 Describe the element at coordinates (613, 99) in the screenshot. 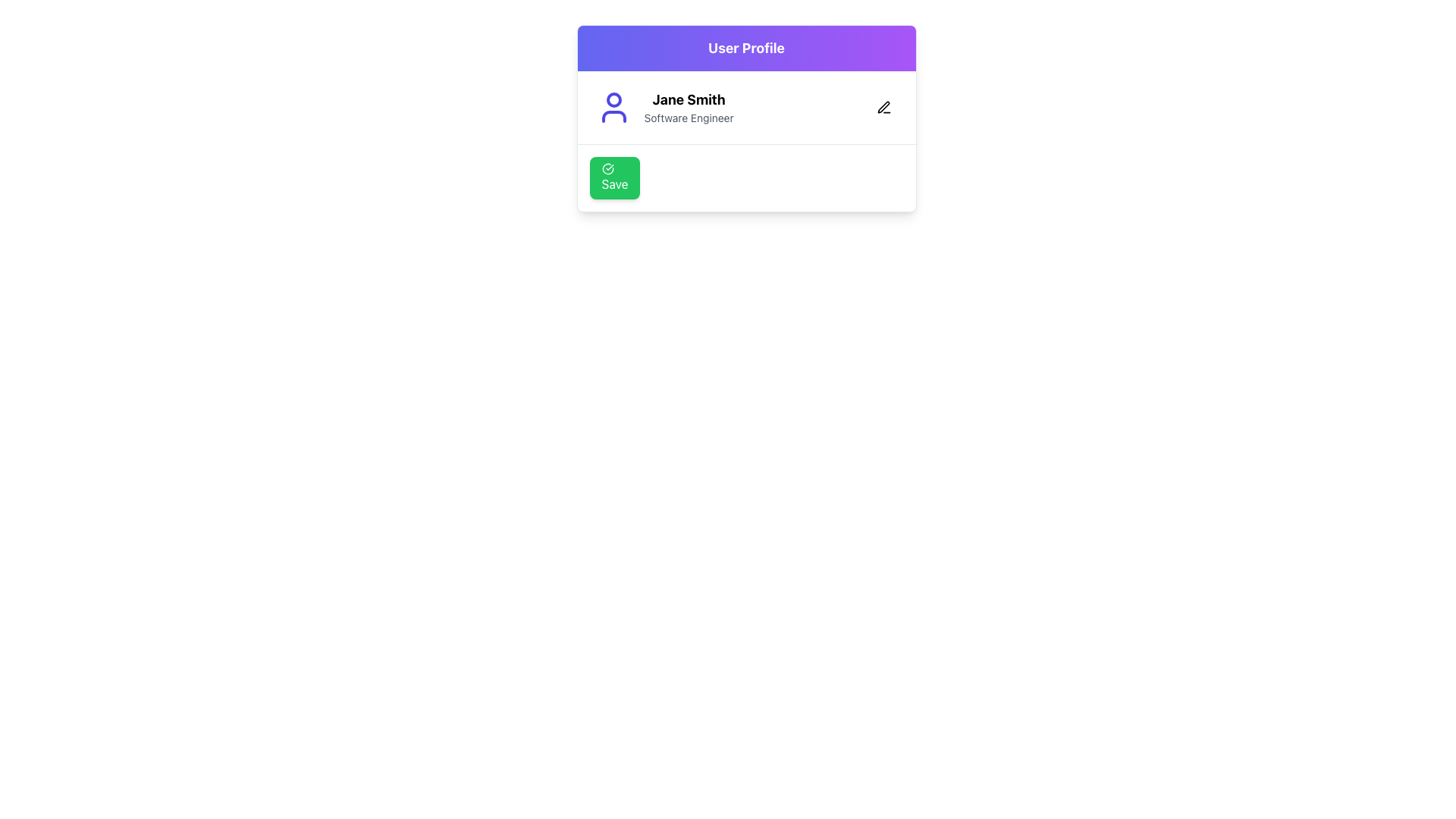

I see `the circular graphic element that is positioned at the center of the user's avatar icon, located above the user name label and to the left of the edit icon` at that location.